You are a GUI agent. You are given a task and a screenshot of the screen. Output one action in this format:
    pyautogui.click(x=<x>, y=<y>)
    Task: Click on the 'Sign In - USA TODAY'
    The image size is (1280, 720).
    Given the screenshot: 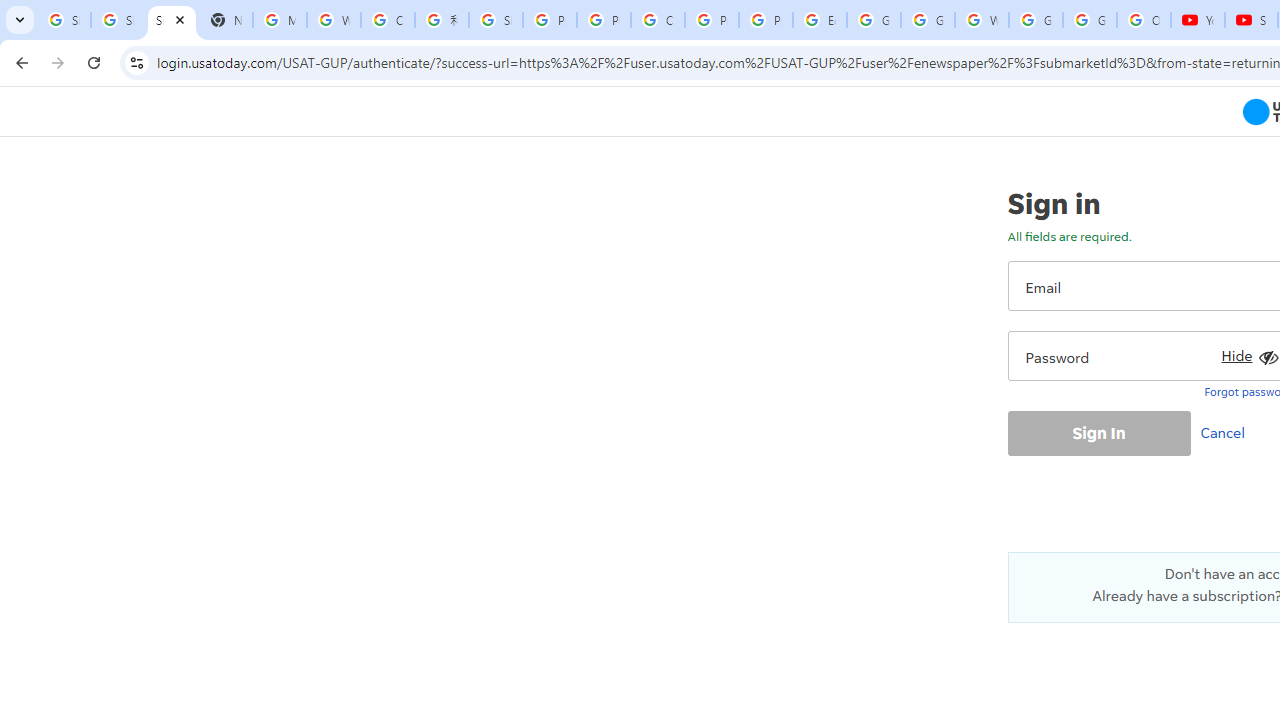 What is the action you would take?
    pyautogui.click(x=171, y=20)
    